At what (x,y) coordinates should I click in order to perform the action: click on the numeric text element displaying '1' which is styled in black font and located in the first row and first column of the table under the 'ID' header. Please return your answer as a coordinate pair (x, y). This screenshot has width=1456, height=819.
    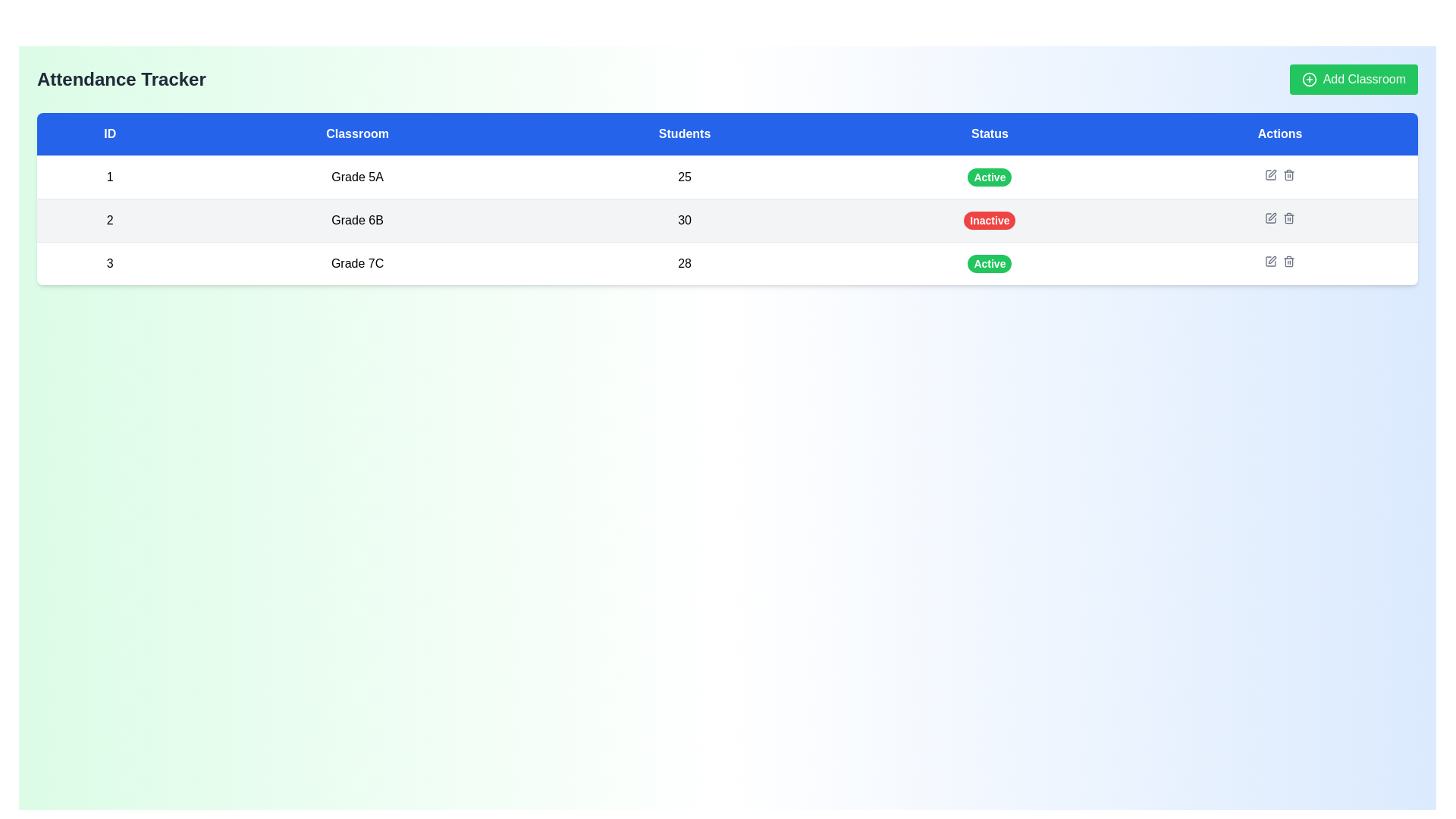
    Looking at the image, I should click on (109, 177).